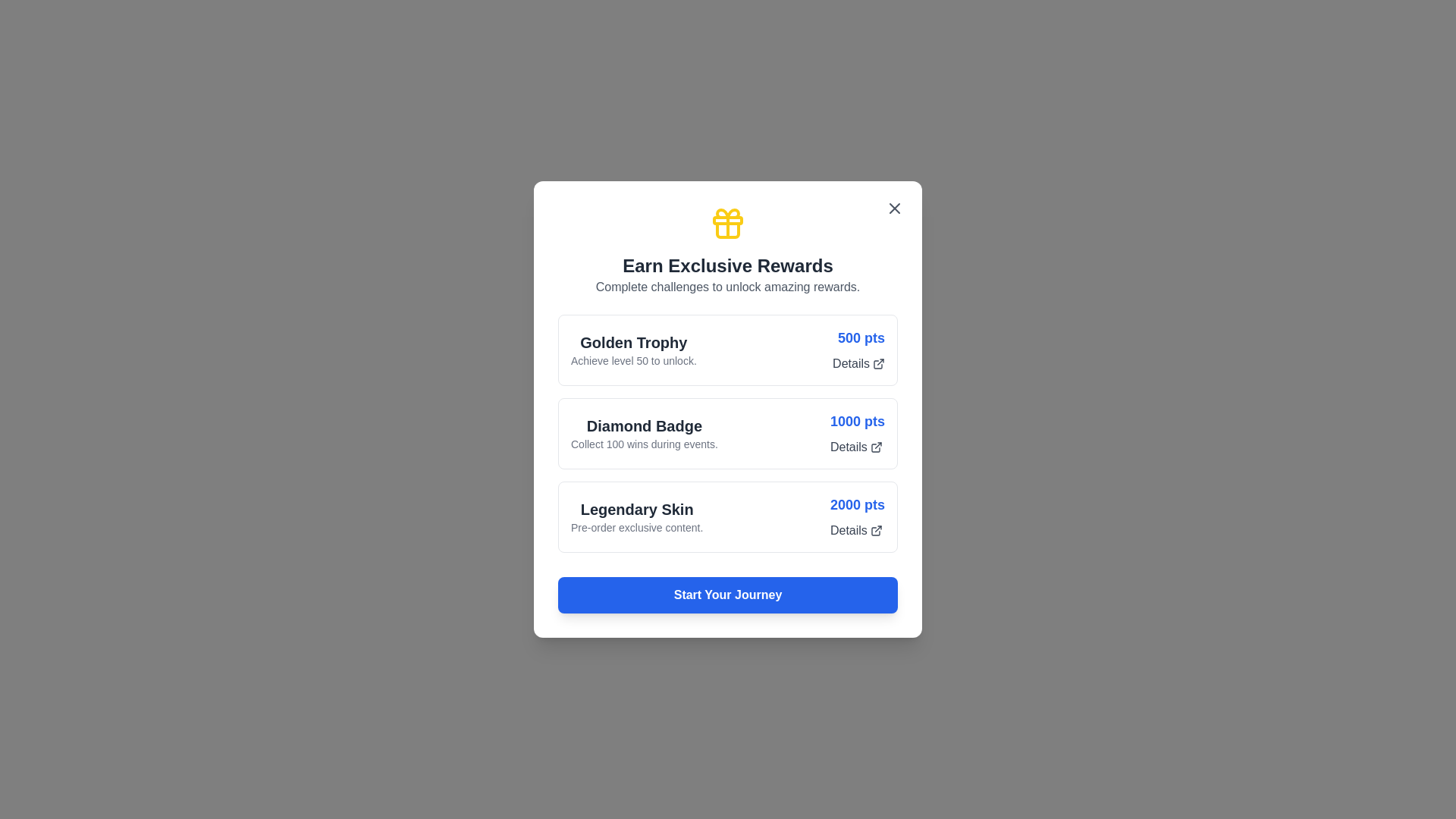  What do you see at coordinates (895, 208) in the screenshot?
I see `the 'X' icon in the top-right corner of the modal window` at bounding box center [895, 208].